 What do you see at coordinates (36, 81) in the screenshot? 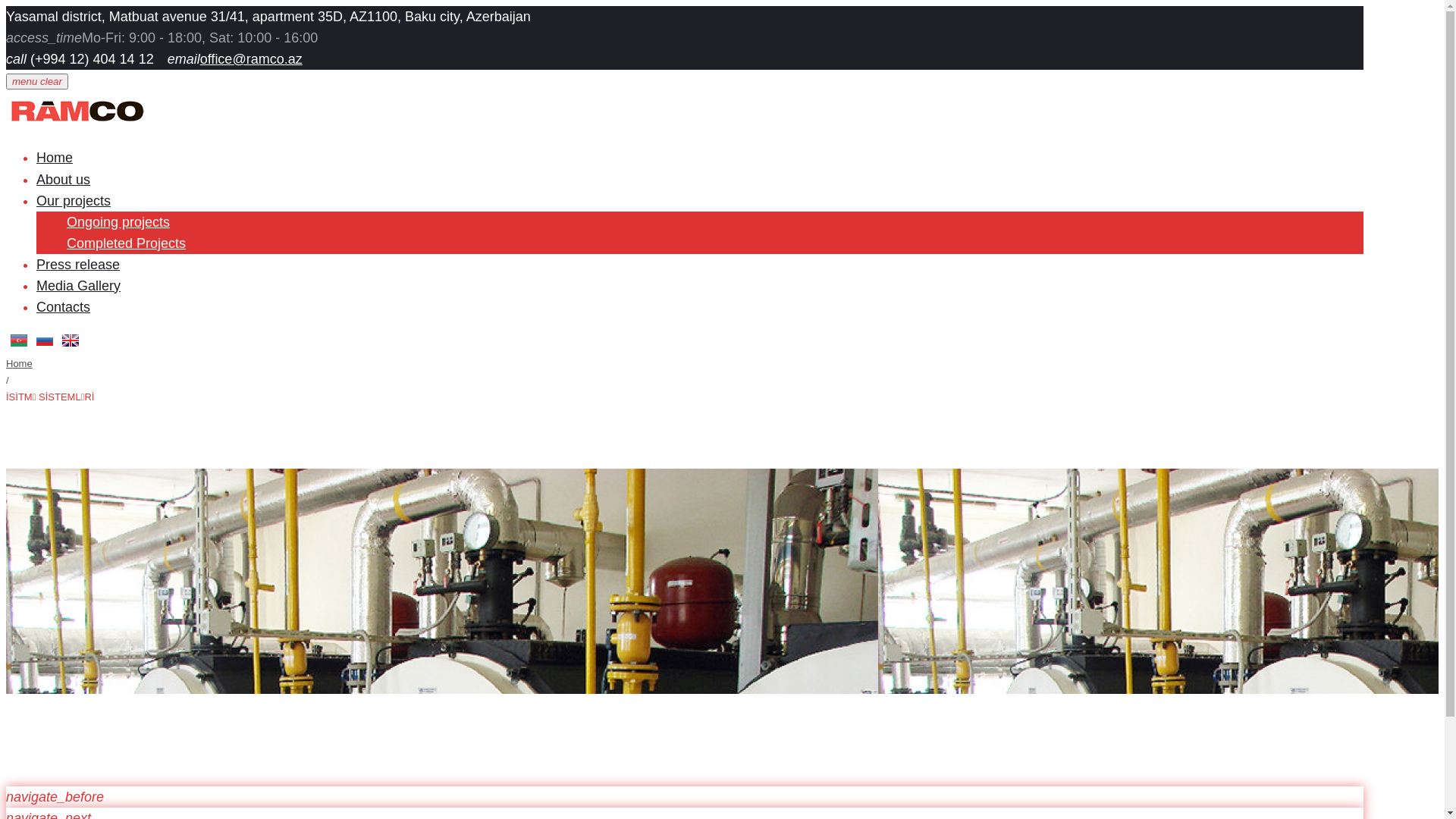
I see `'menu clear'` at bounding box center [36, 81].